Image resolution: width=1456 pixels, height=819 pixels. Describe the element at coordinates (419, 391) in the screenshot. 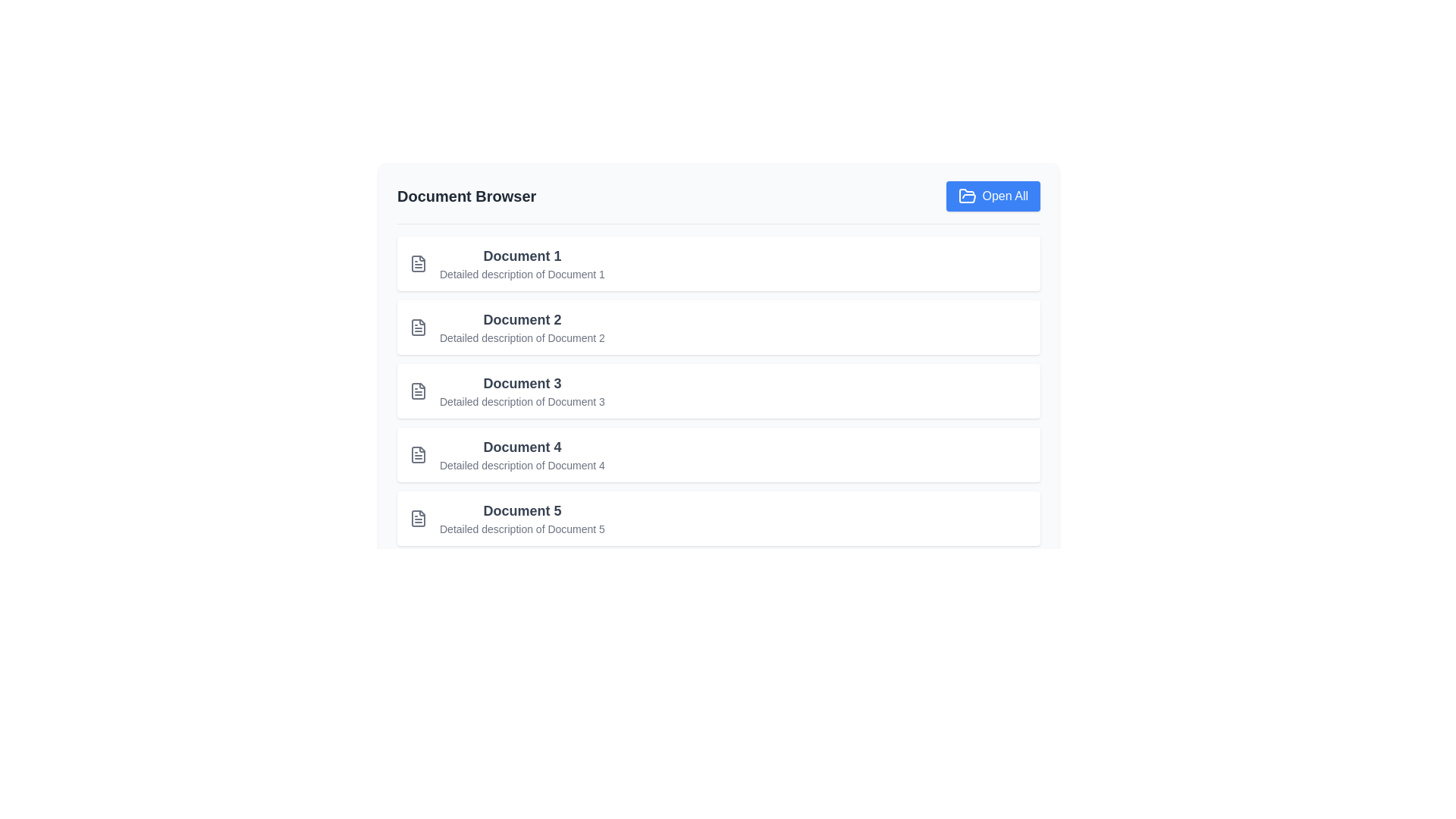

I see `the main document icon of the third list item in the document list, located next to the text 'Document 3'` at that location.